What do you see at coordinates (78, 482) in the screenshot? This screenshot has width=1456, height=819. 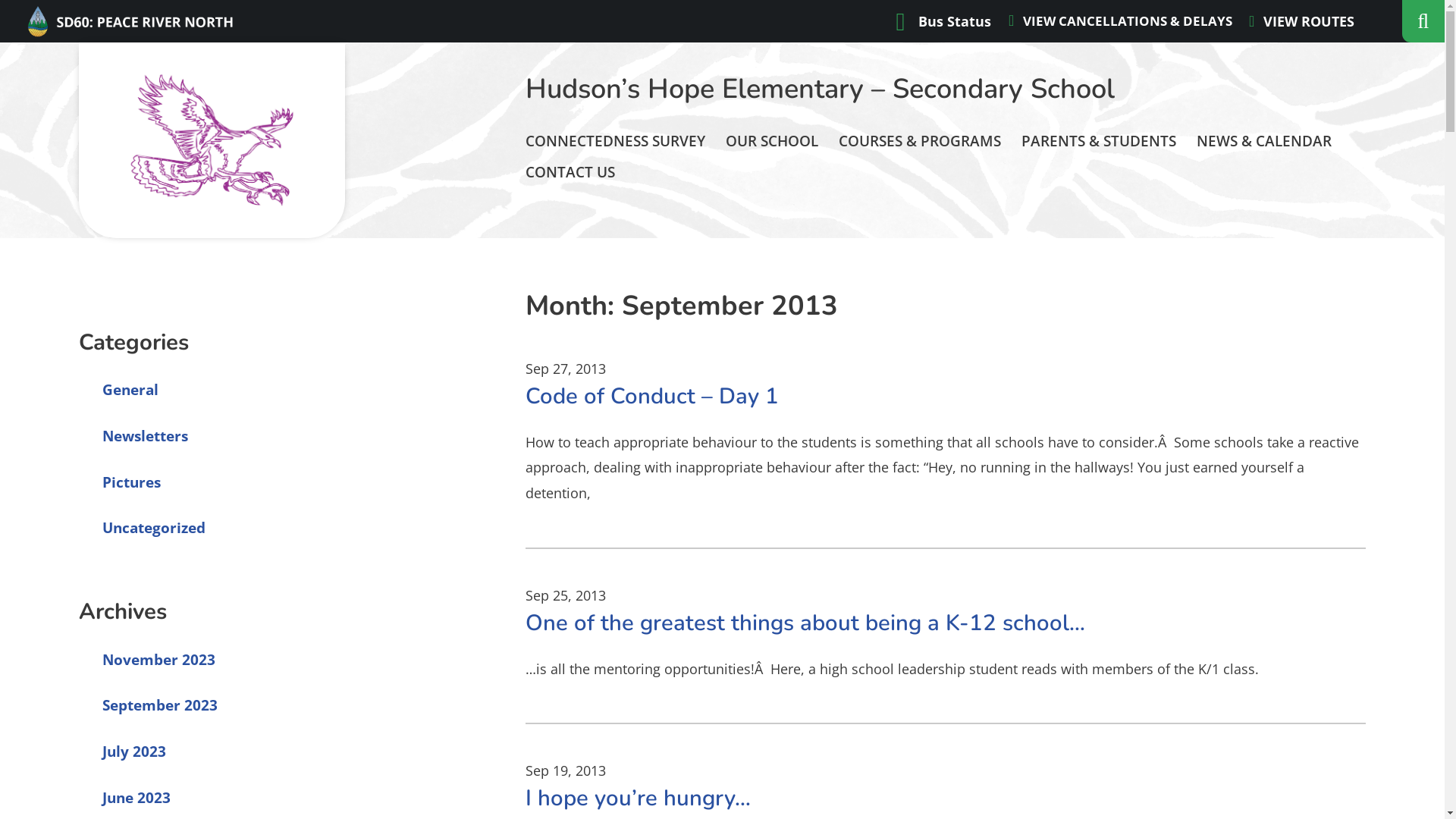 I see `'Pictures'` at bounding box center [78, 482].